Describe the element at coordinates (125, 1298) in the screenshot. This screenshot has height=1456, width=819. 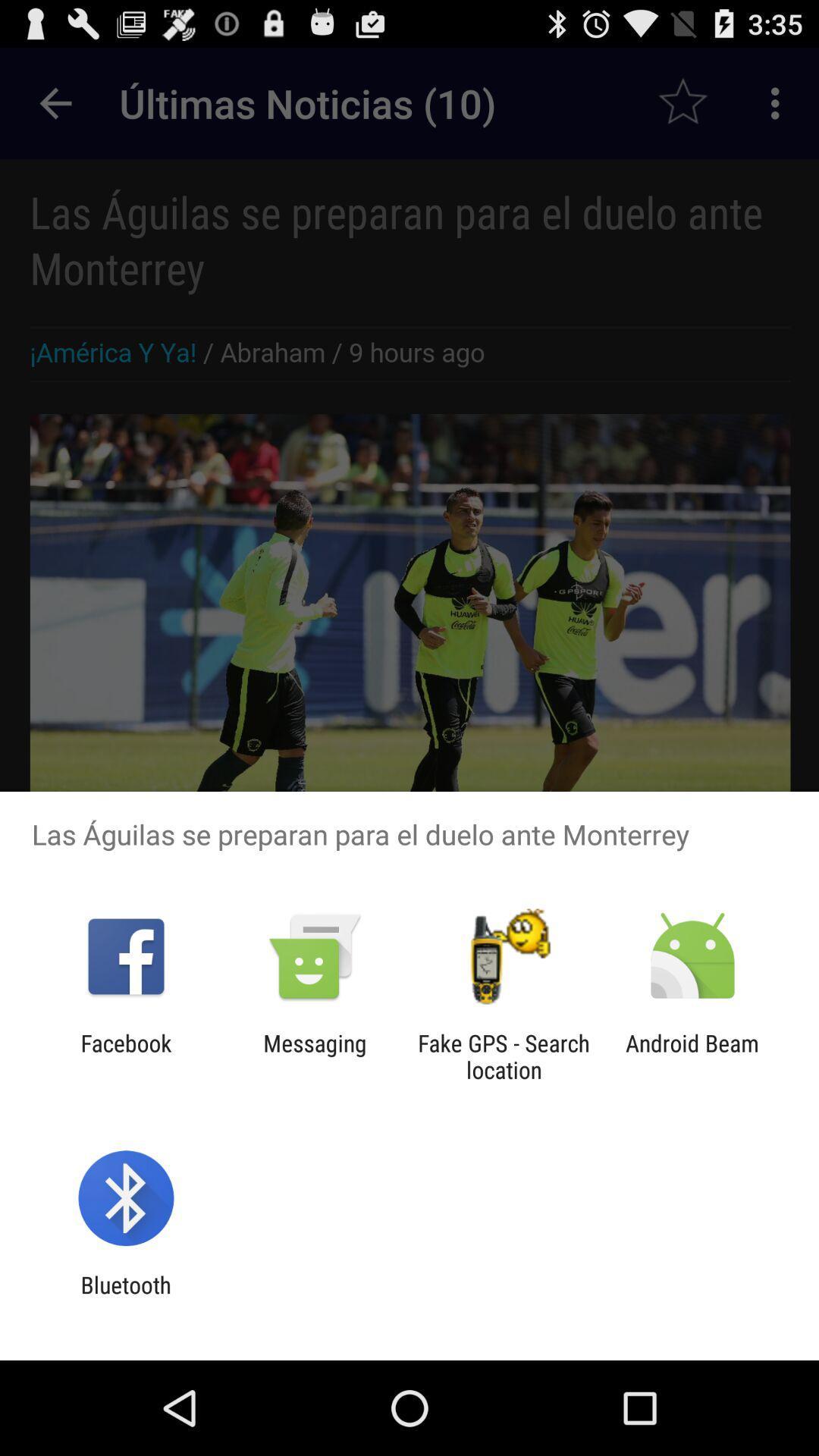
I see `bluetooth item` at that location.